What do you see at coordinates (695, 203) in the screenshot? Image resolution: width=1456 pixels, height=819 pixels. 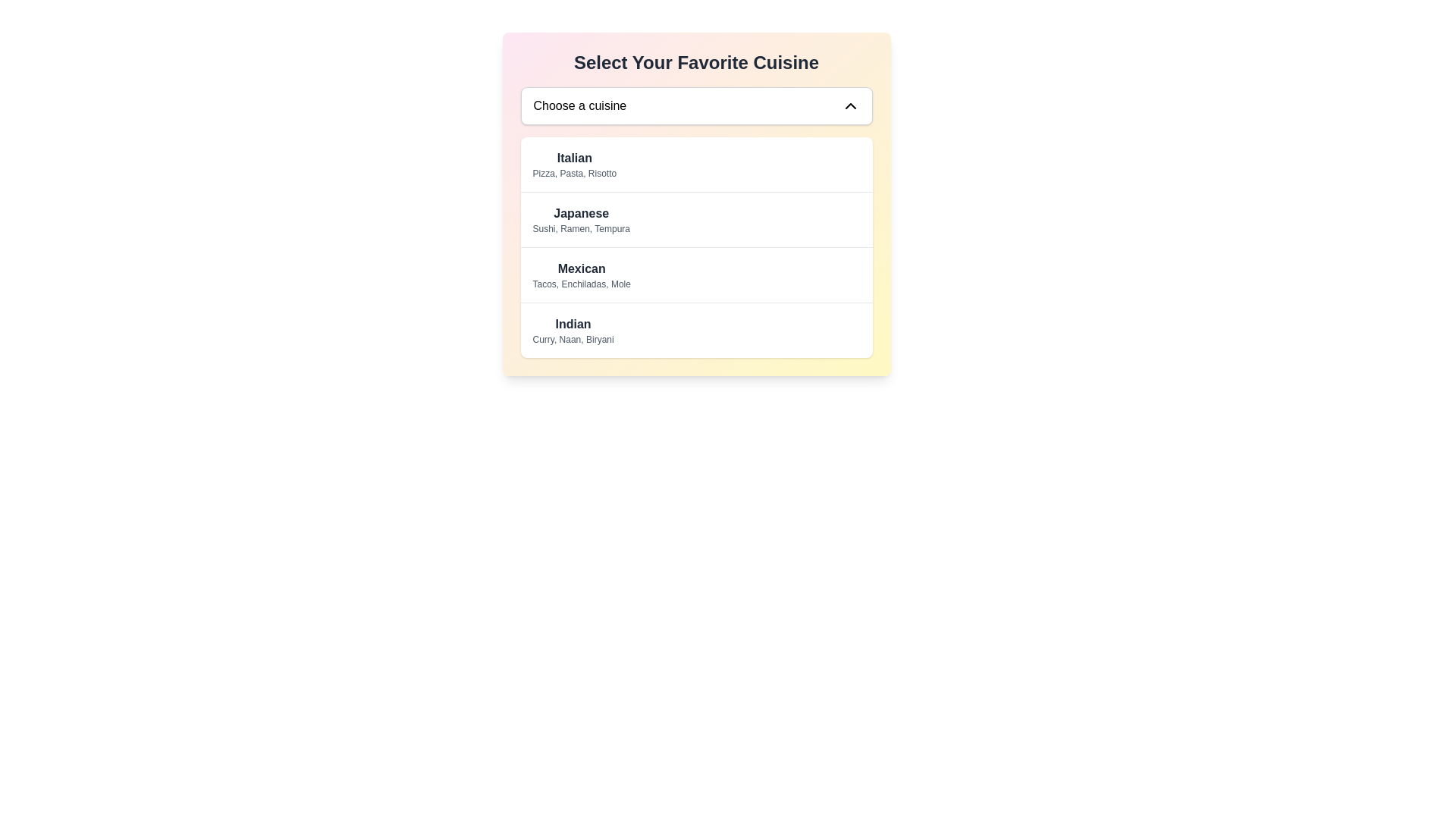 I see `the highlighted list item labeled 'Japanese' within the dropdown menu` at bounding box center [695, 203].